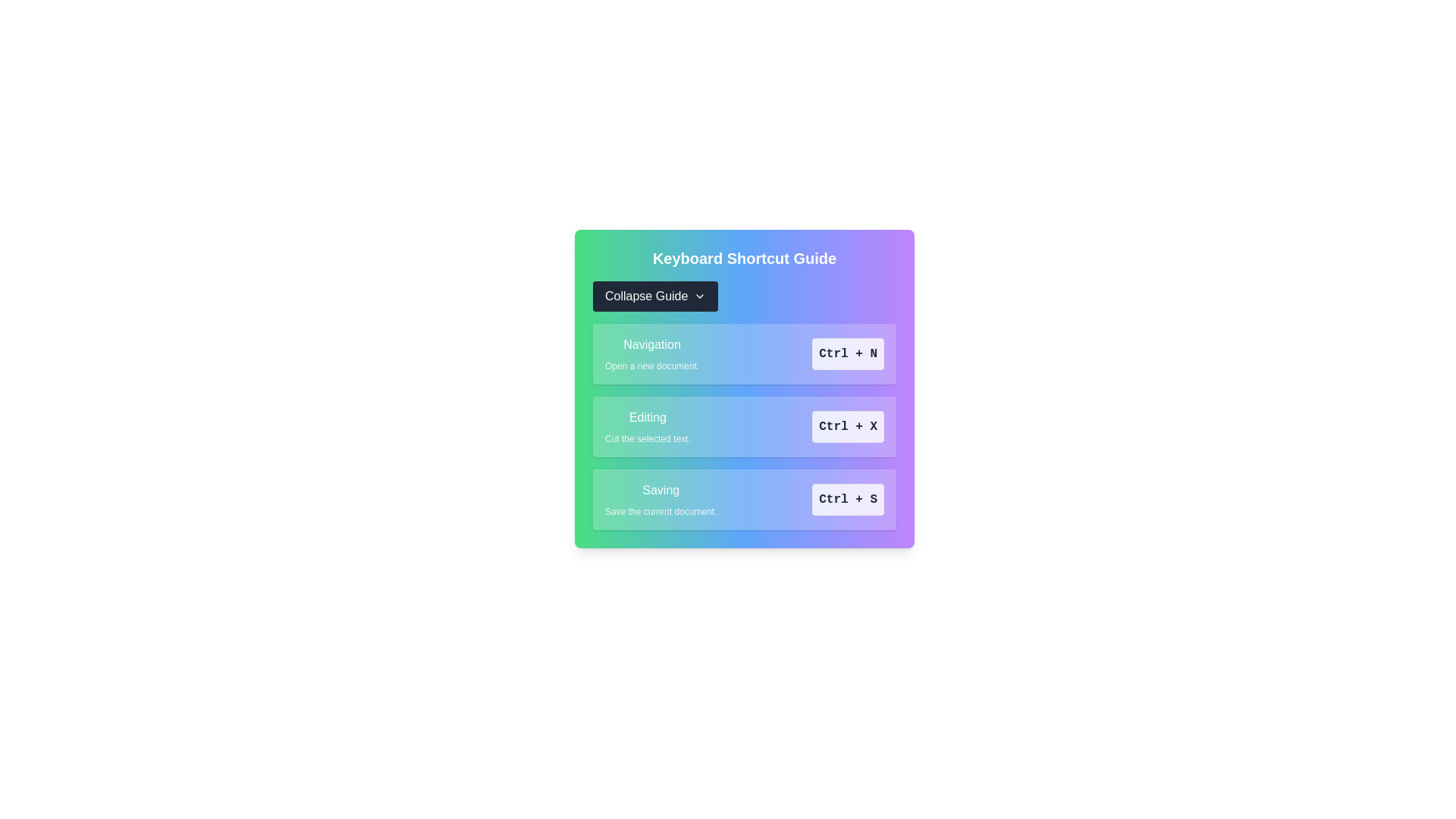  What do you see at coordinates (847, 500) in the screenshot?
I see `the Text Label displaying the keyboard shortcut 'Ctrl + S', located in the third row corresponding to the 'Saving' label` at bounding box center [847, 500].